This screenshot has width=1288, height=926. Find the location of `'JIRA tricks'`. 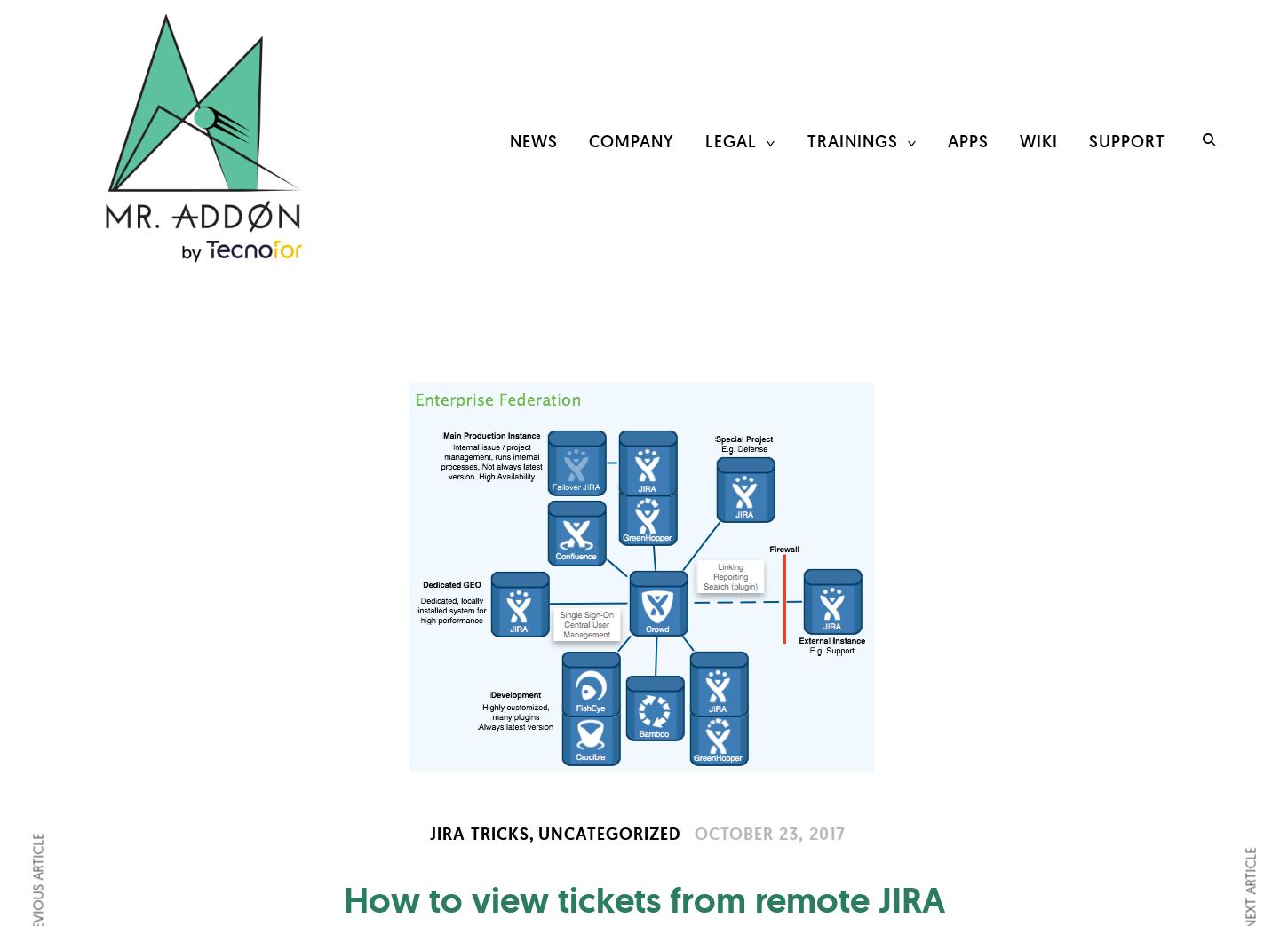

'JIRA tricks' is located at coordinates (479, 832).